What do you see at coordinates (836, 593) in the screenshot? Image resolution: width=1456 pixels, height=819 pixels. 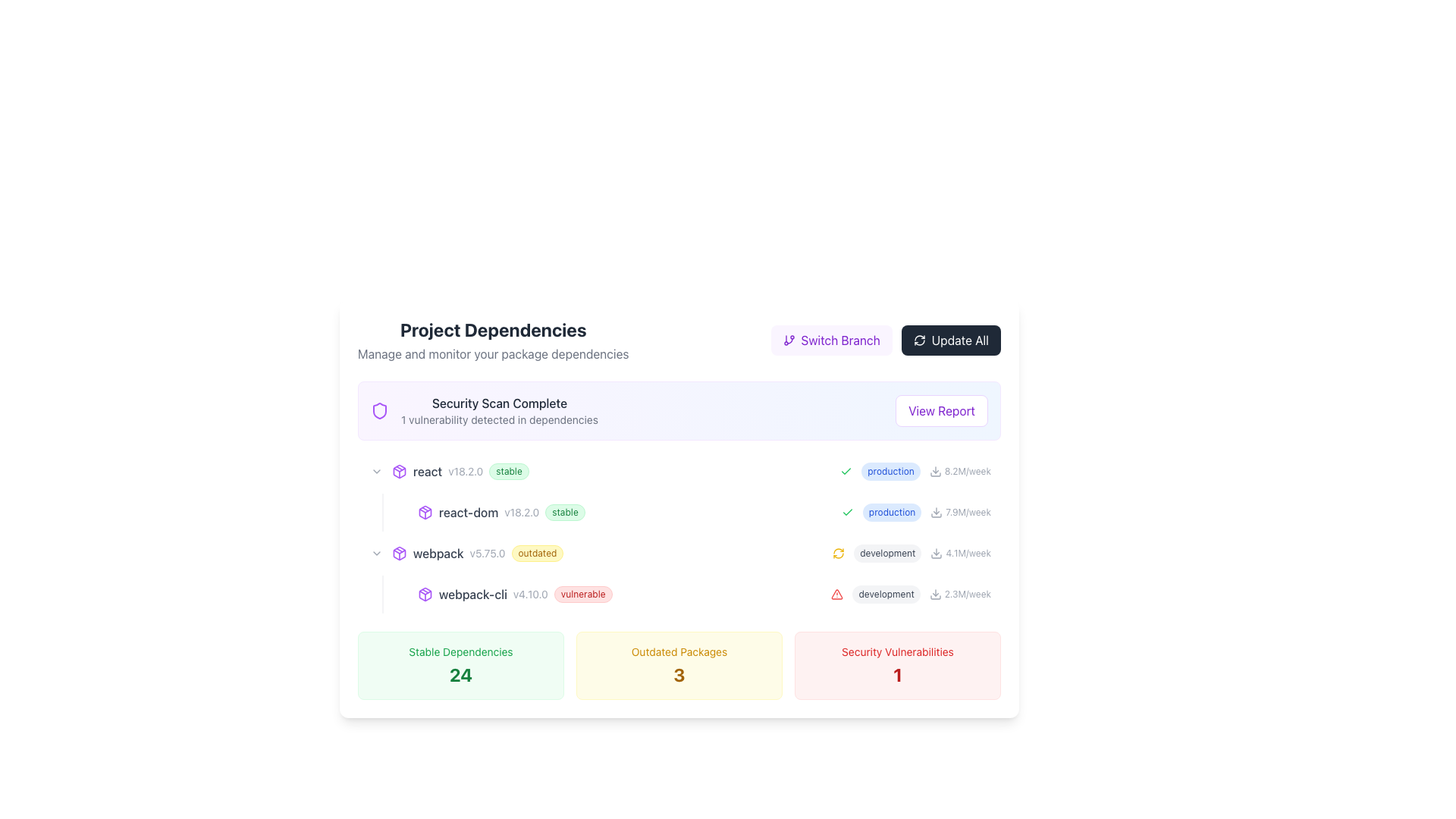 I see `the visual warning icon located to the left of the 'development' tag and its download rate '2.3M/week'` at bounding box center [836, 593].